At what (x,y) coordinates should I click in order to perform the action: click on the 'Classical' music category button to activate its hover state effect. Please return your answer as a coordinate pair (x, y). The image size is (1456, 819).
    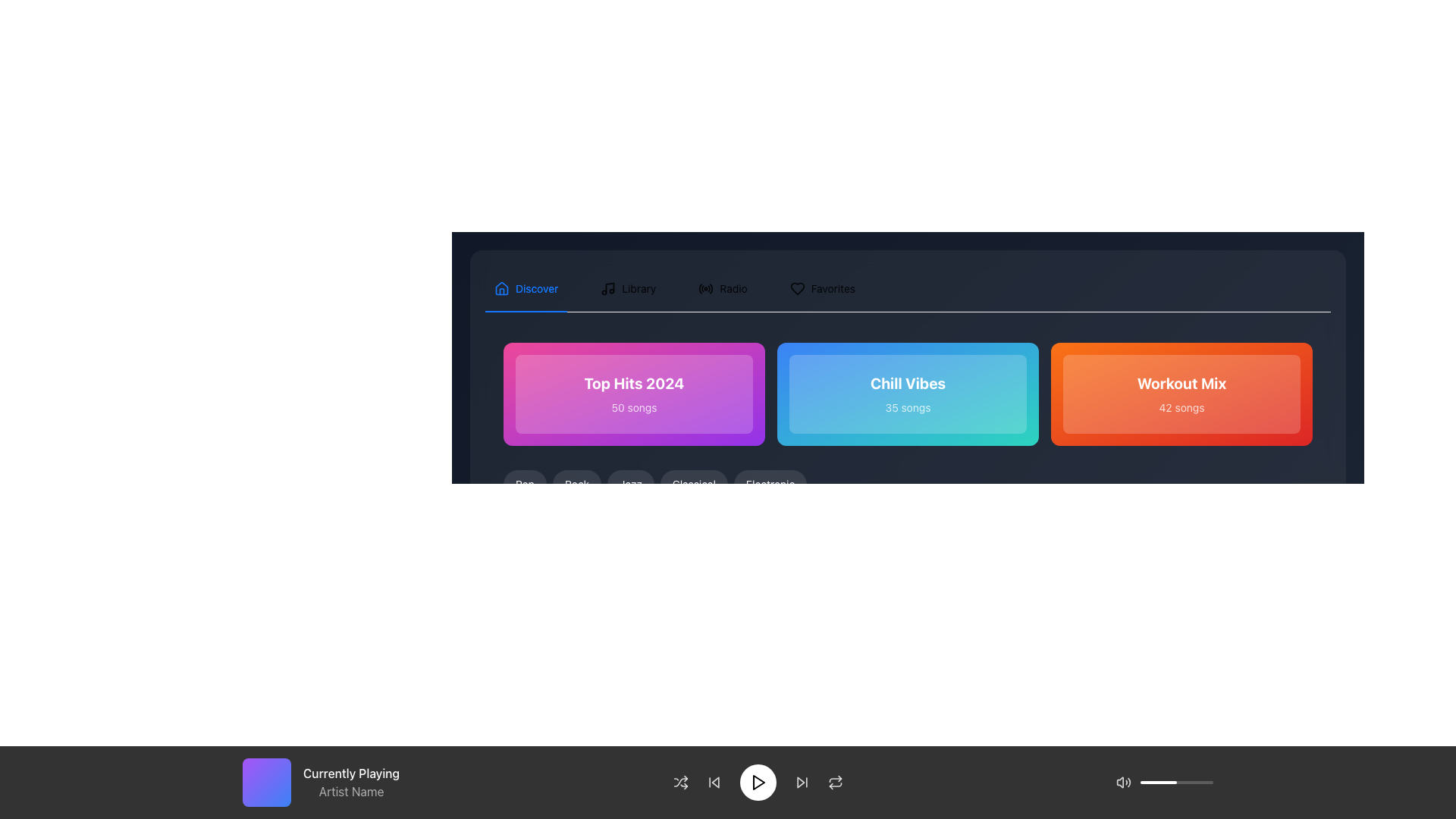
    Looking at the image, I should click on (693, 485).